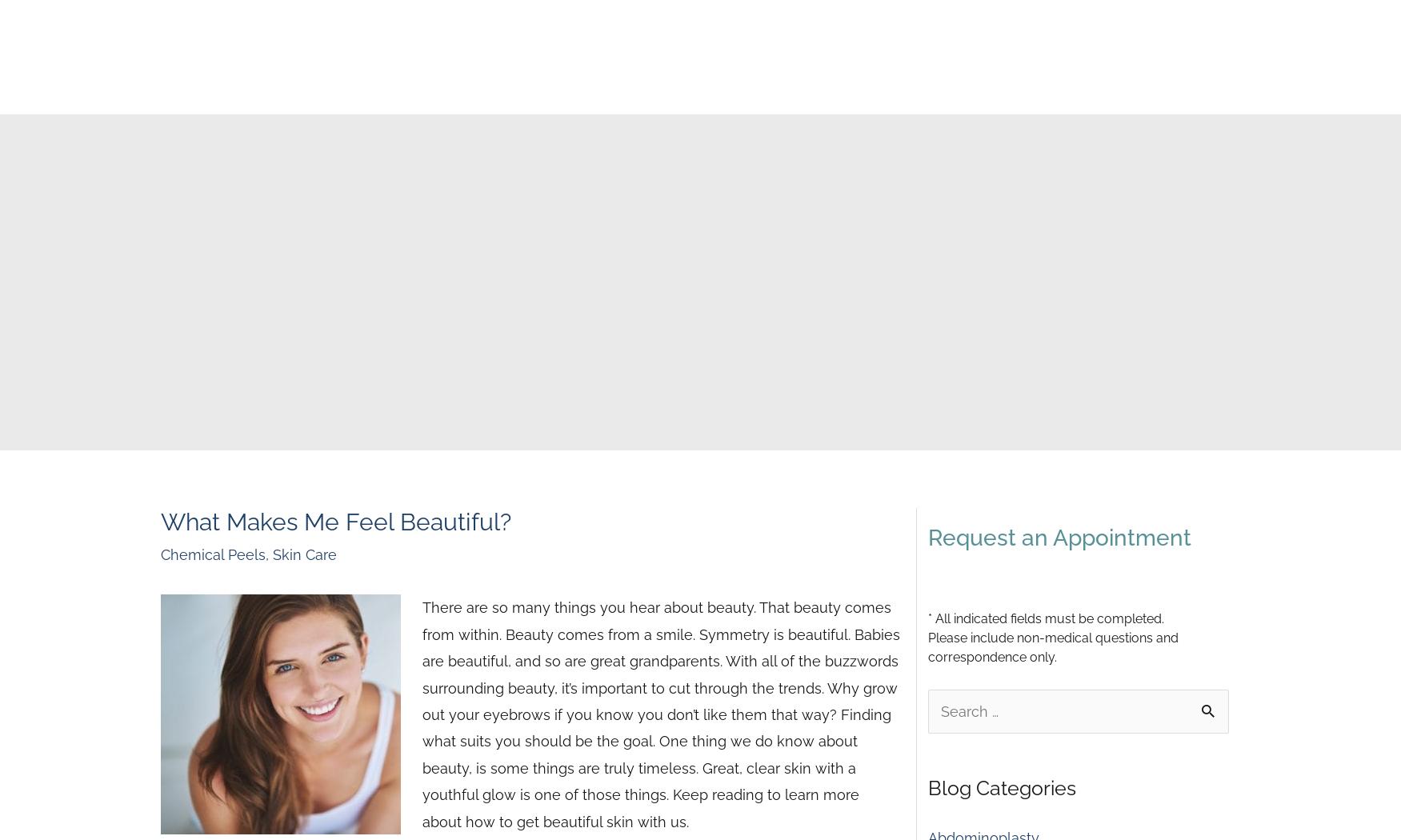 The width and height of the screenshot is (1401, 840). Describe the element at coordinates (965, 590) in the screenshot. I see `'March 2010'` at that location.